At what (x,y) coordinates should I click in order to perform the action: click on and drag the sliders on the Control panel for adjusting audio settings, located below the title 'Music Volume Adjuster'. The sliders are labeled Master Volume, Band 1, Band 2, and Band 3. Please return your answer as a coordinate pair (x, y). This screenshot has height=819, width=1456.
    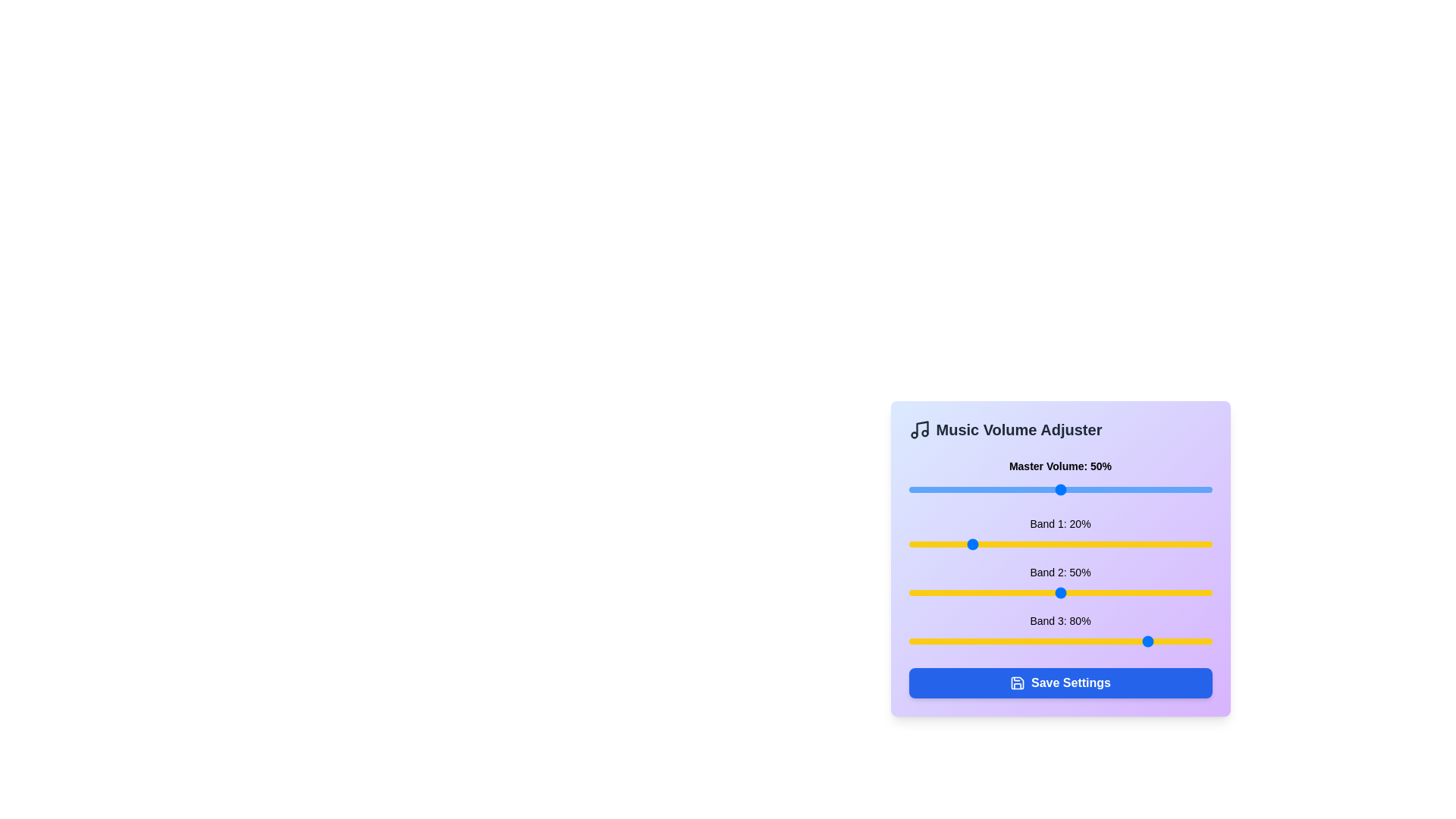
    Looking at the image, I should click on (1059, 558).